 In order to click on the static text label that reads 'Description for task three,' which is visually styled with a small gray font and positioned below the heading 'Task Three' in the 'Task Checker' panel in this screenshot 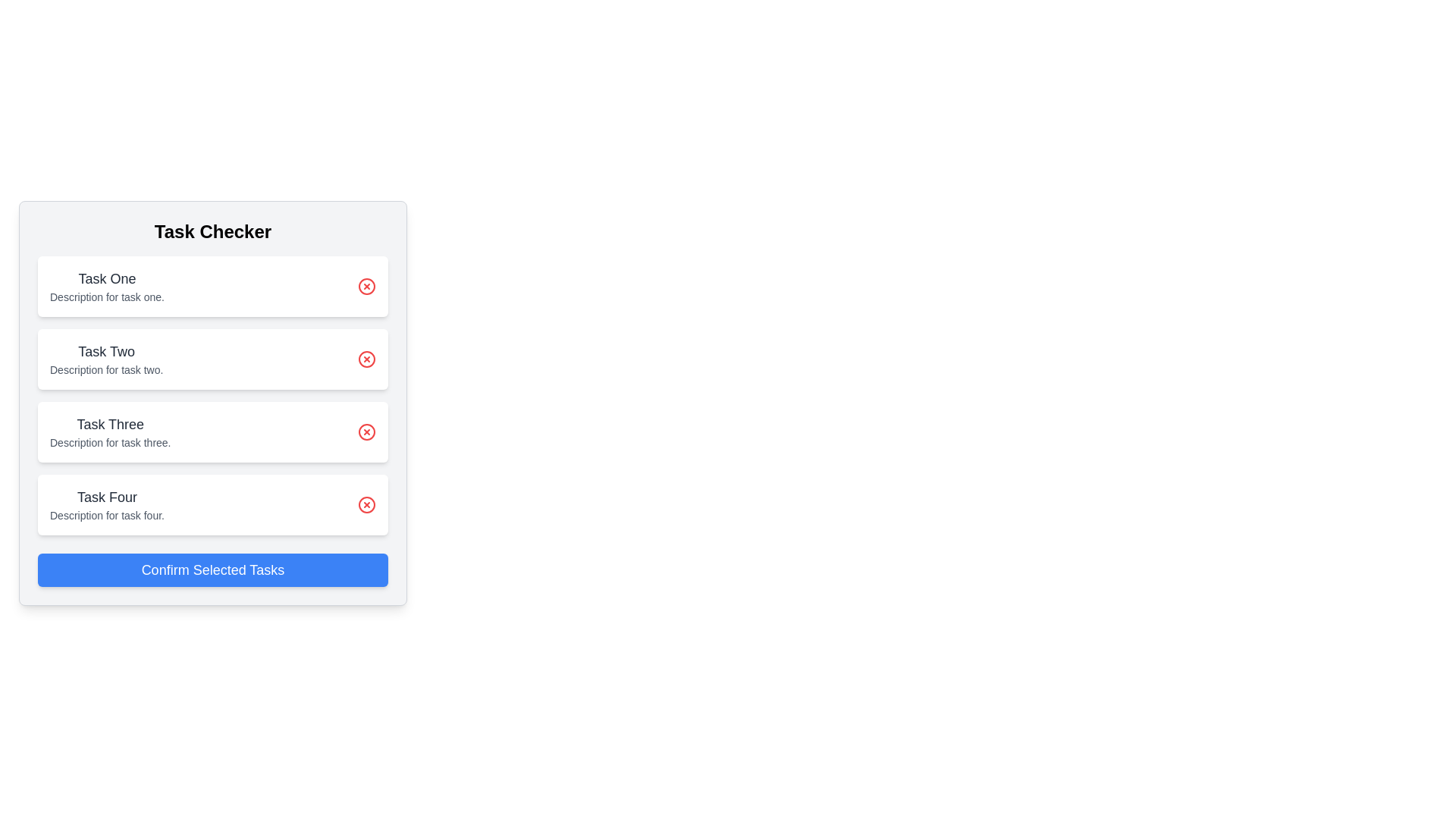, I will do `click(109, 442)`.